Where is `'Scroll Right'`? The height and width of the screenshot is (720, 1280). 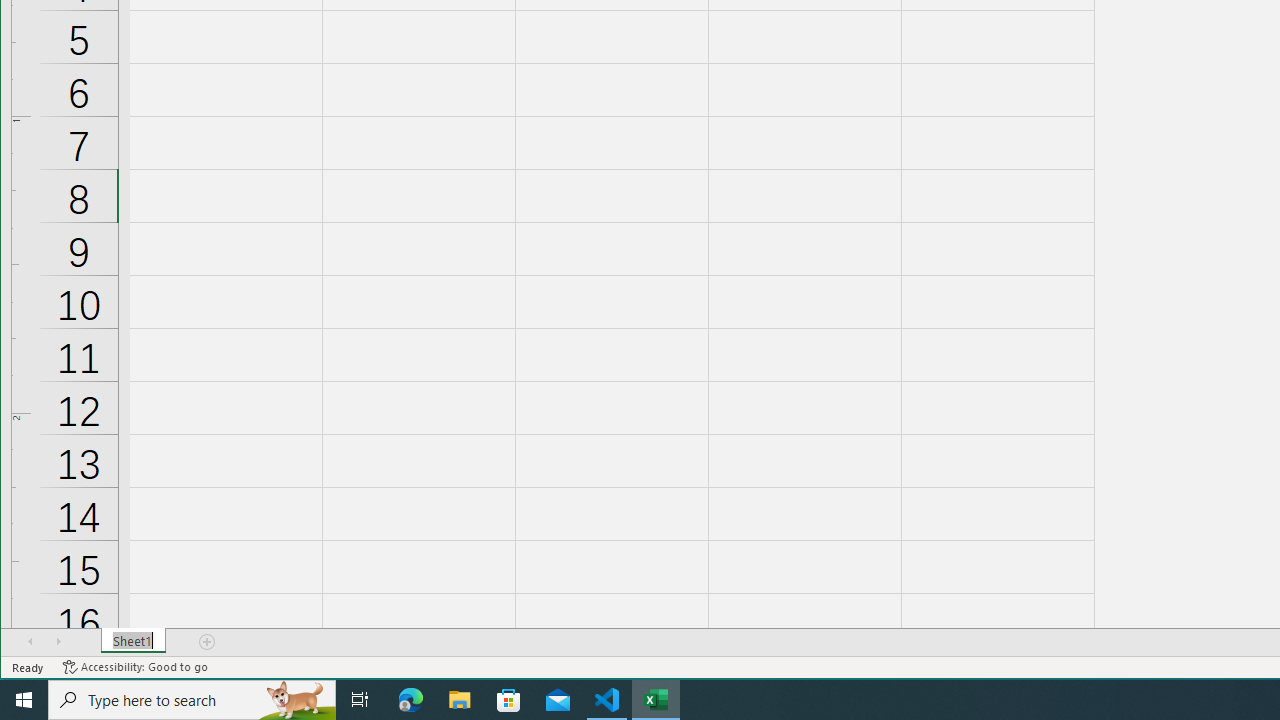 'Scroll Right' is located at coordinates (58, 641).